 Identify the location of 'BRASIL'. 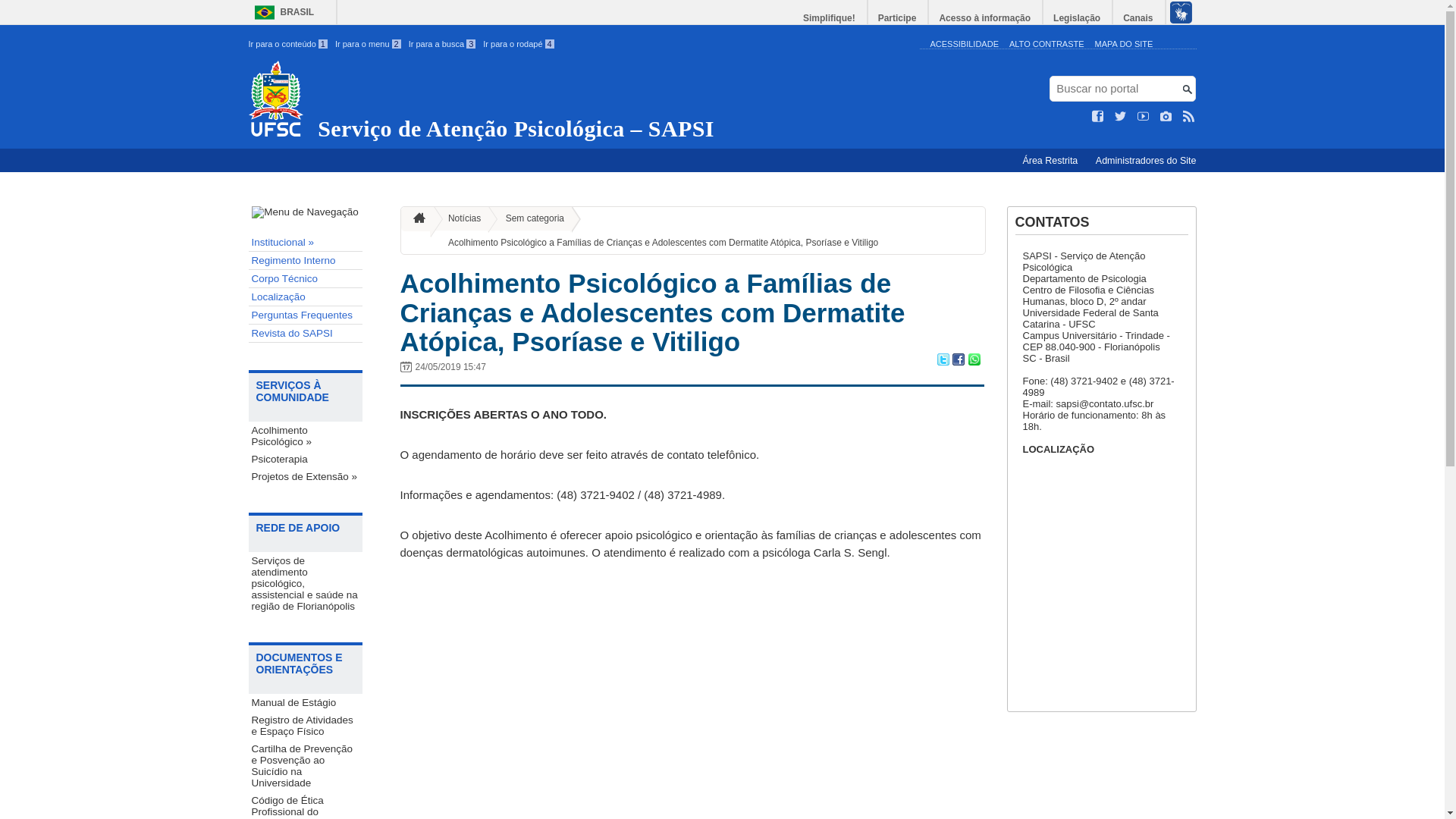
(248, 12).